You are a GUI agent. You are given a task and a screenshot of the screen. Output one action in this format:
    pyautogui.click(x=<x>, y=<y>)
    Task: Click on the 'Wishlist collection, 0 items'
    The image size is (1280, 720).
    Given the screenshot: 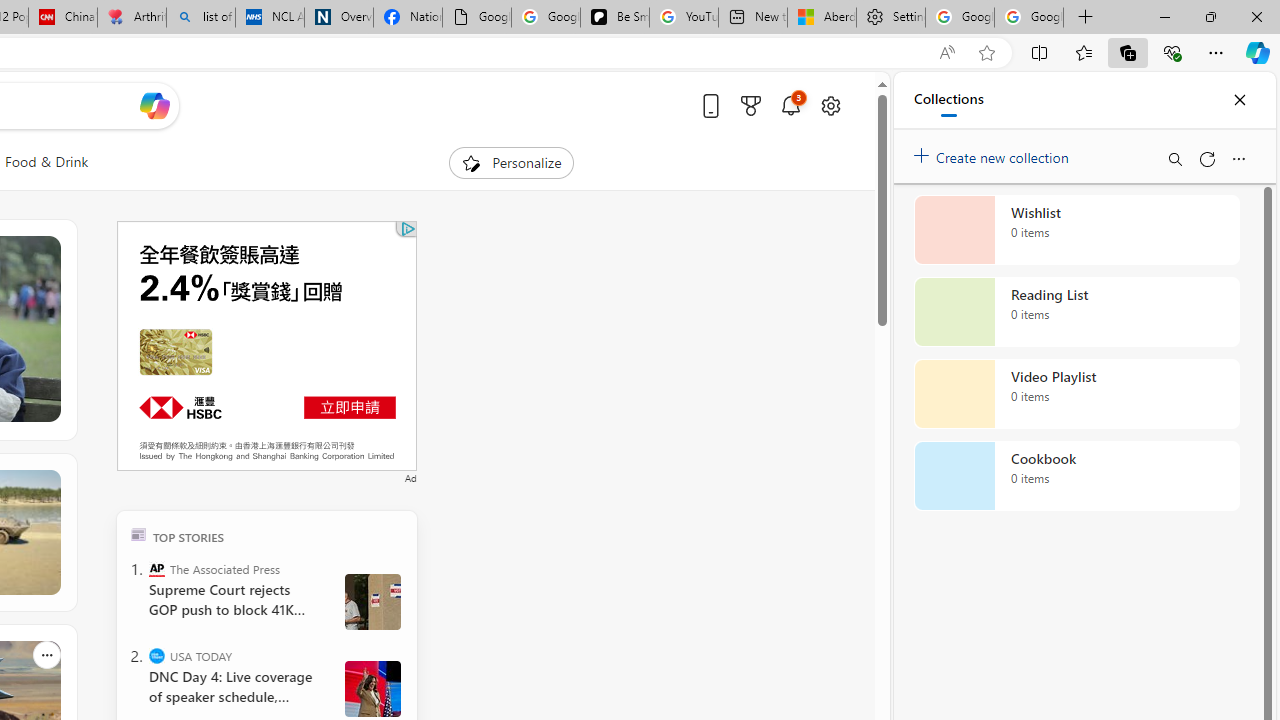 What is the action you would take?
    pyautogui.click(x=1076, y=229)
    